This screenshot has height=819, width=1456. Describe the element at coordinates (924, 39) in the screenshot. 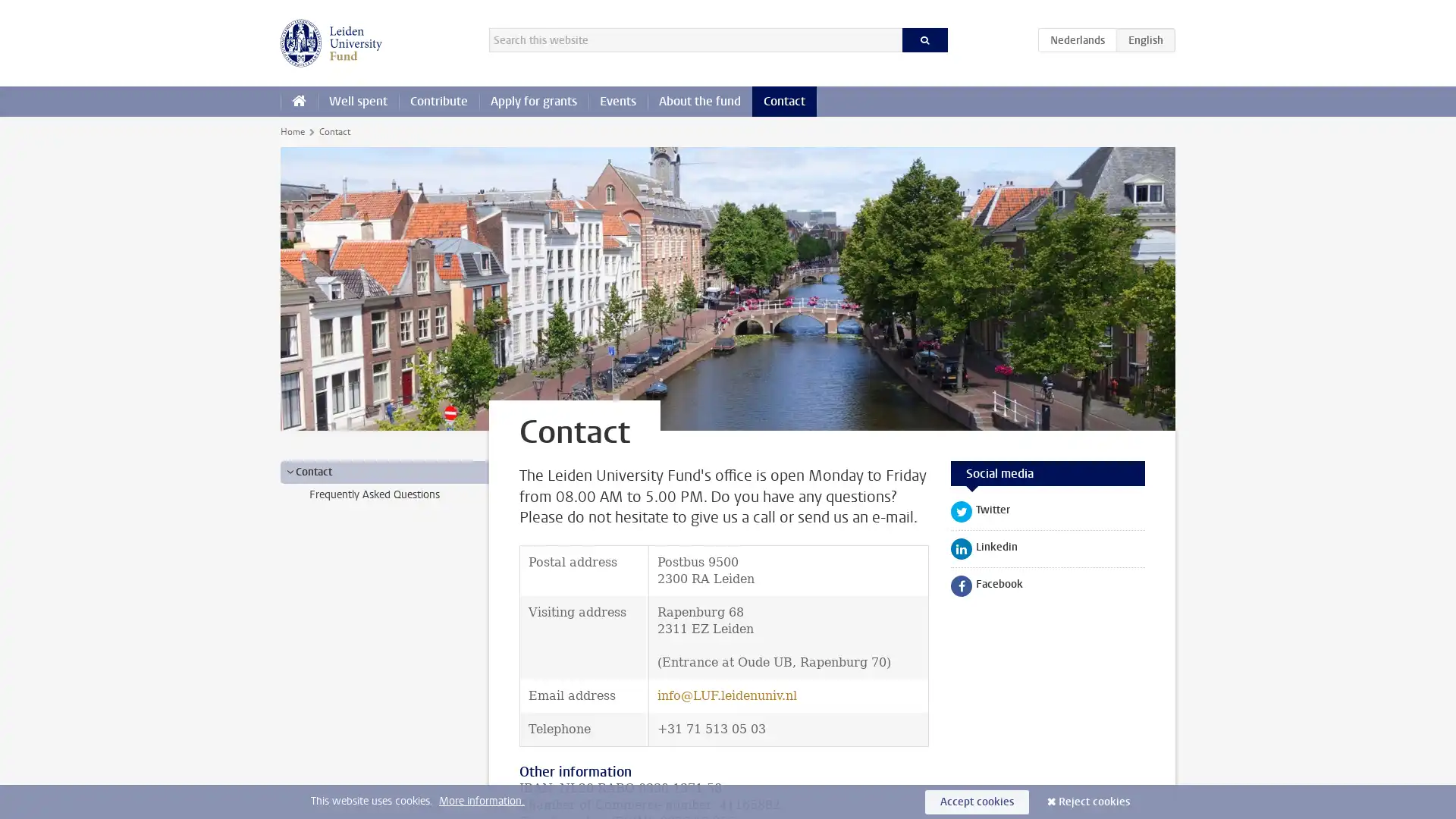

I see `Search` at that location.